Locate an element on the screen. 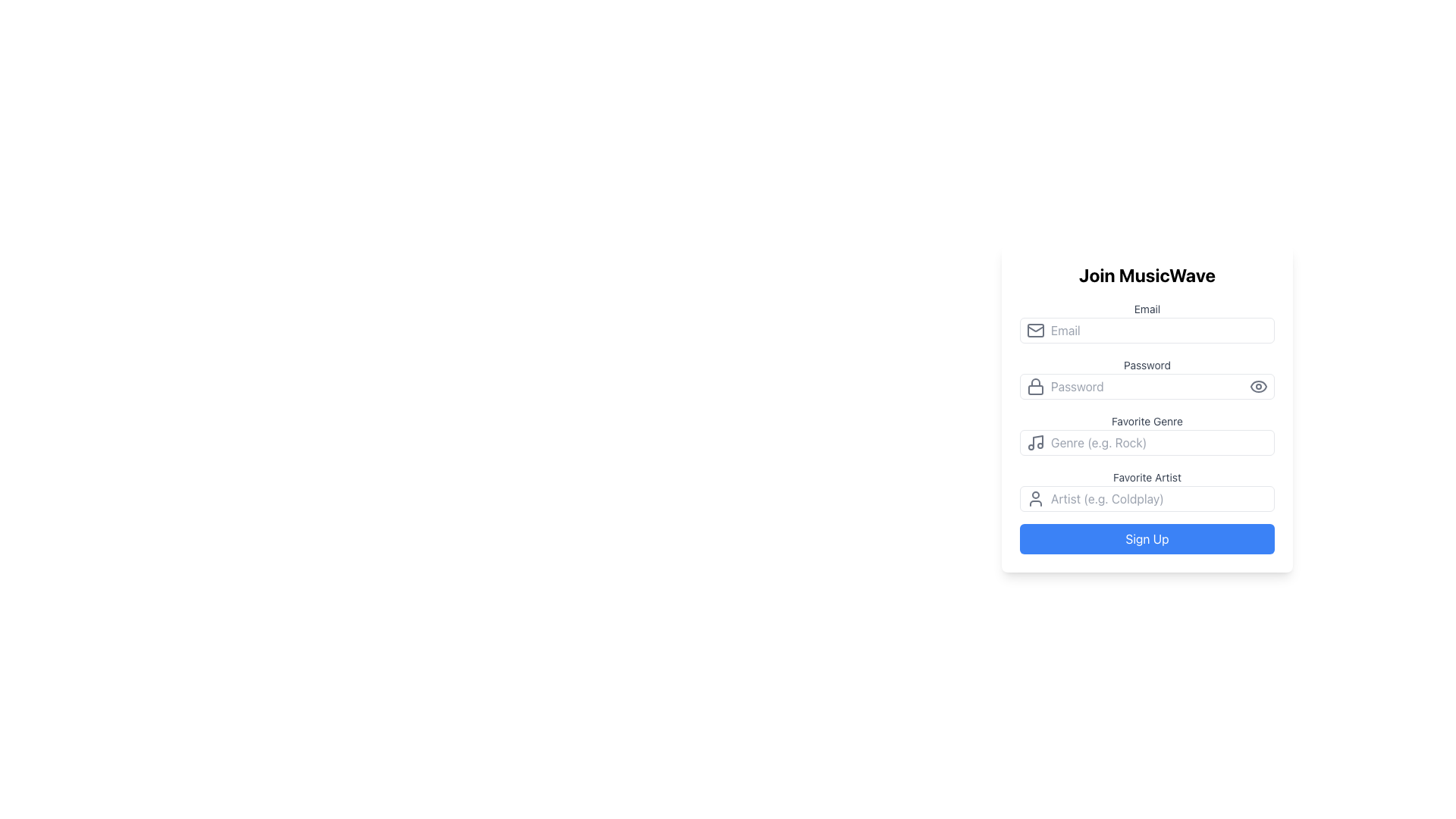  the 'Favorite Genre' text label, which is styled in a smaller gray font and positioned above an input box in the middle-right section of the interface is located at coordinates (1147, 421).